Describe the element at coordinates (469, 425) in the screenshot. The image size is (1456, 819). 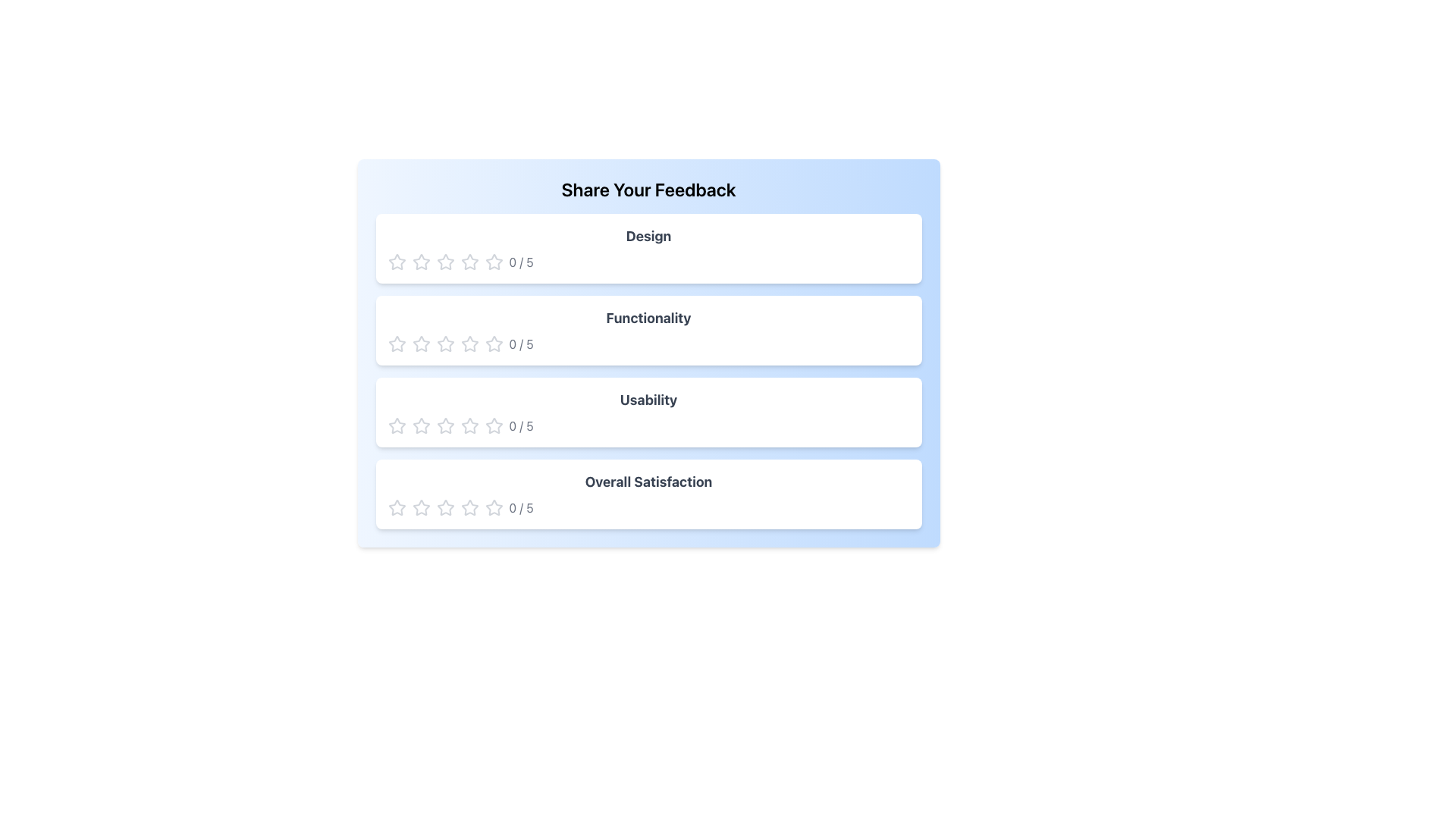
I see `the third hollow star icon in the usability rating interface to rate usability` at that location.